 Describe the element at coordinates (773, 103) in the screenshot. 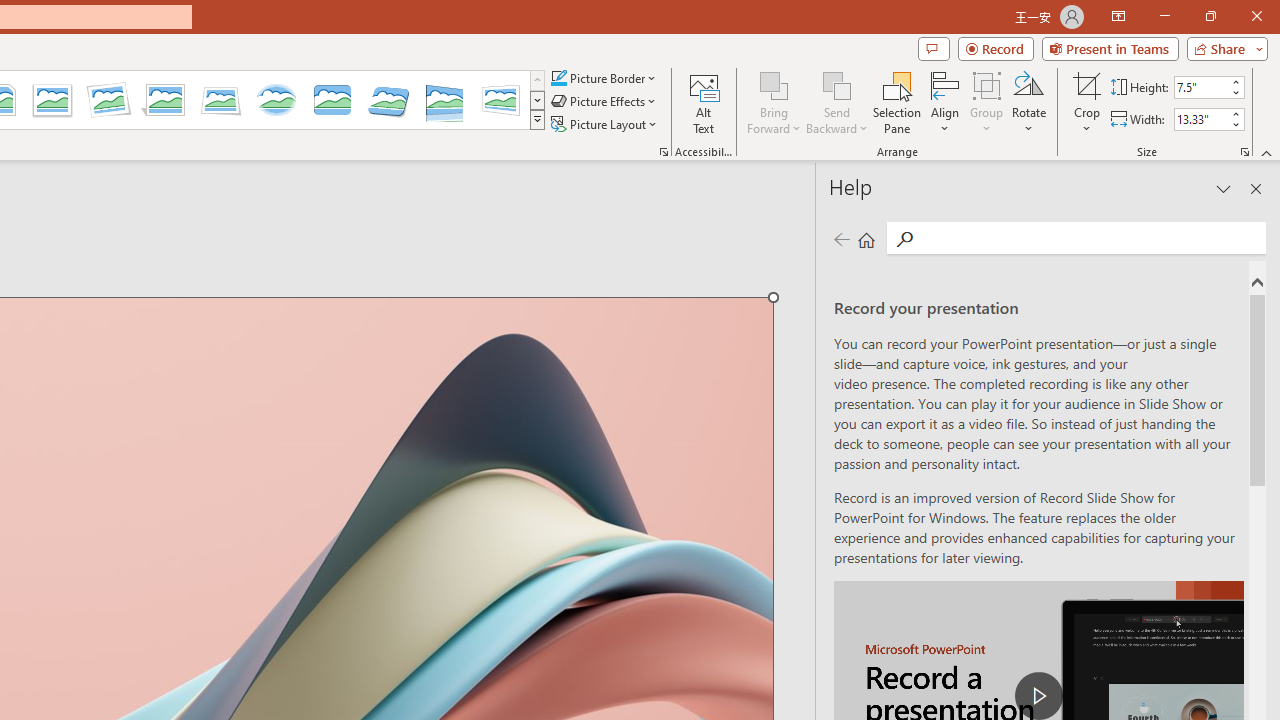

I see `'Bring Forward'` at that location.